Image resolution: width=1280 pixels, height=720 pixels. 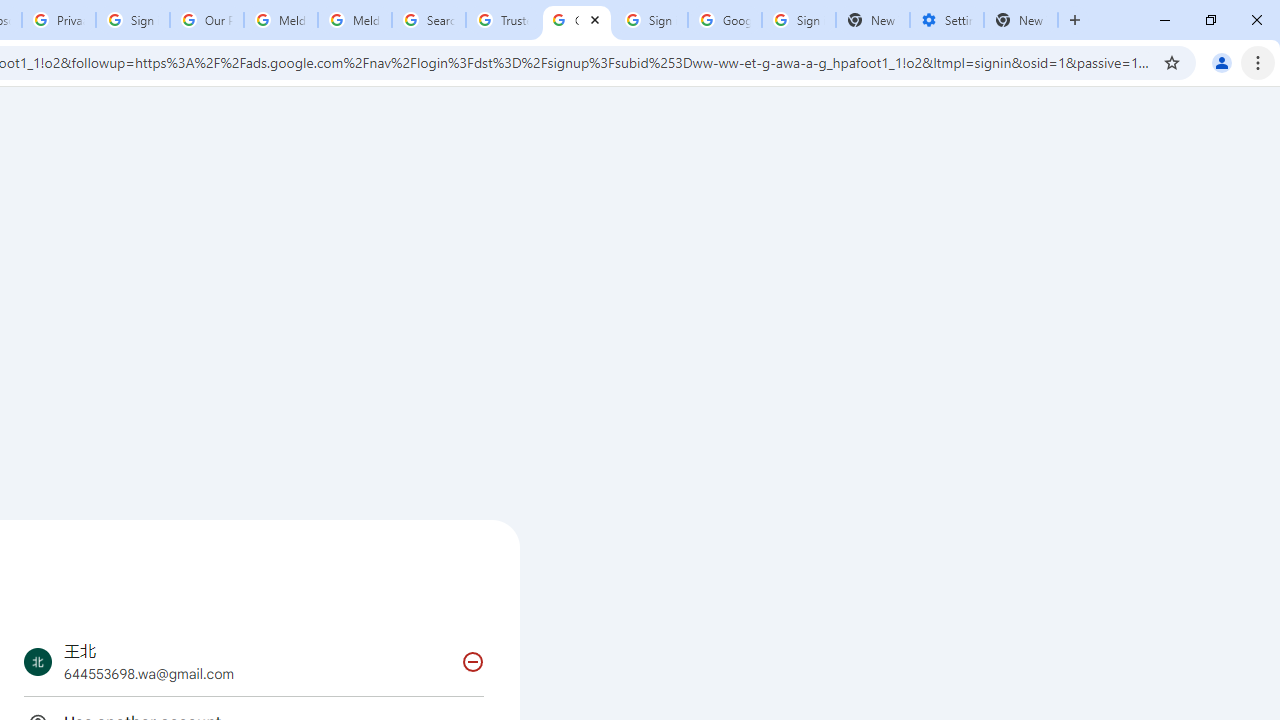 What do you see at coordinates (723, 20) in the screenshot?
I see `'Google Cybersecurity Innovations - Google Safety Center'` at bounding box center [723, 20].